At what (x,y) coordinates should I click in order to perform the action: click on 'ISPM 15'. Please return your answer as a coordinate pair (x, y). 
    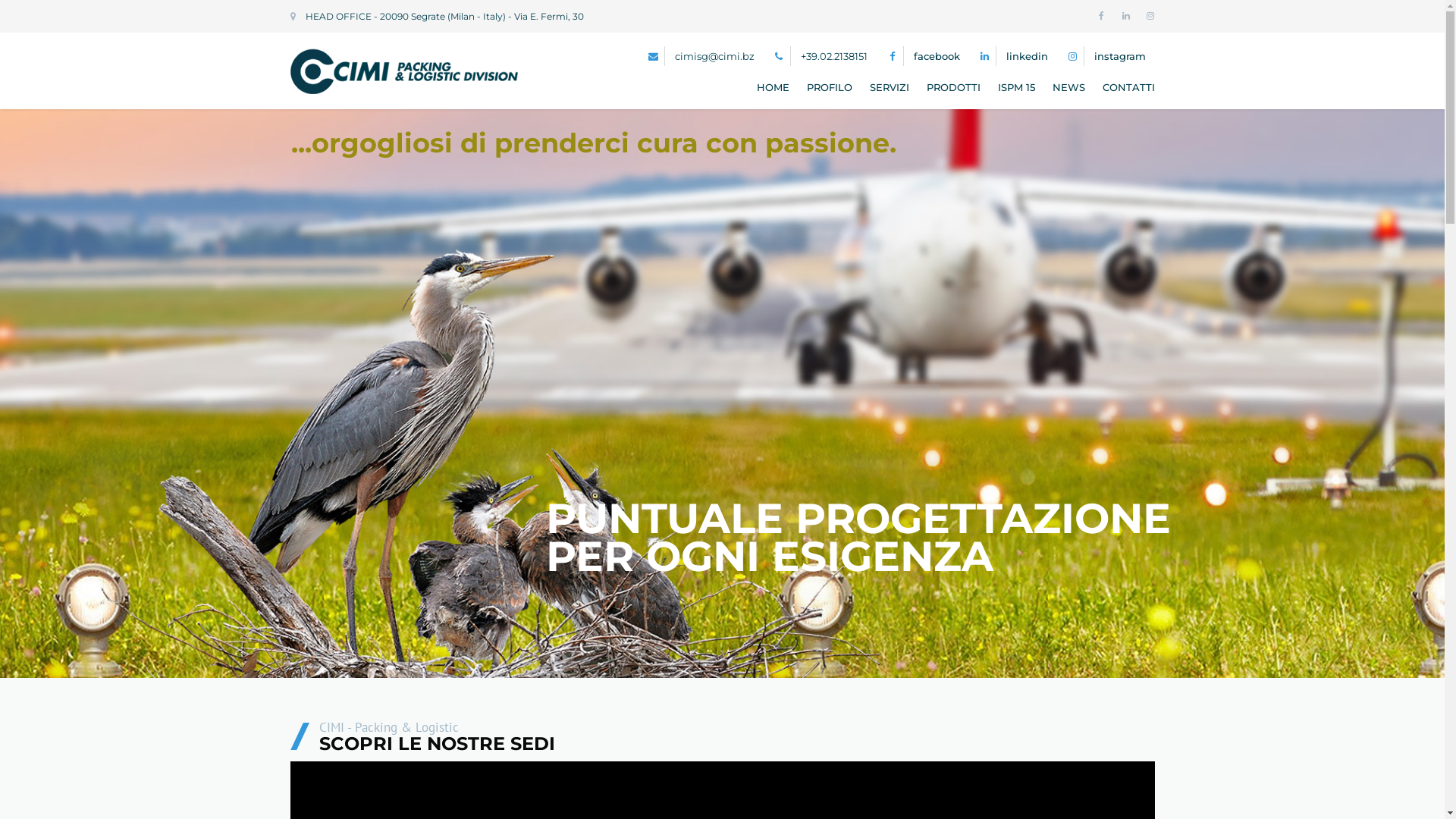
    Looking at the image, I should click on (1016, 87).